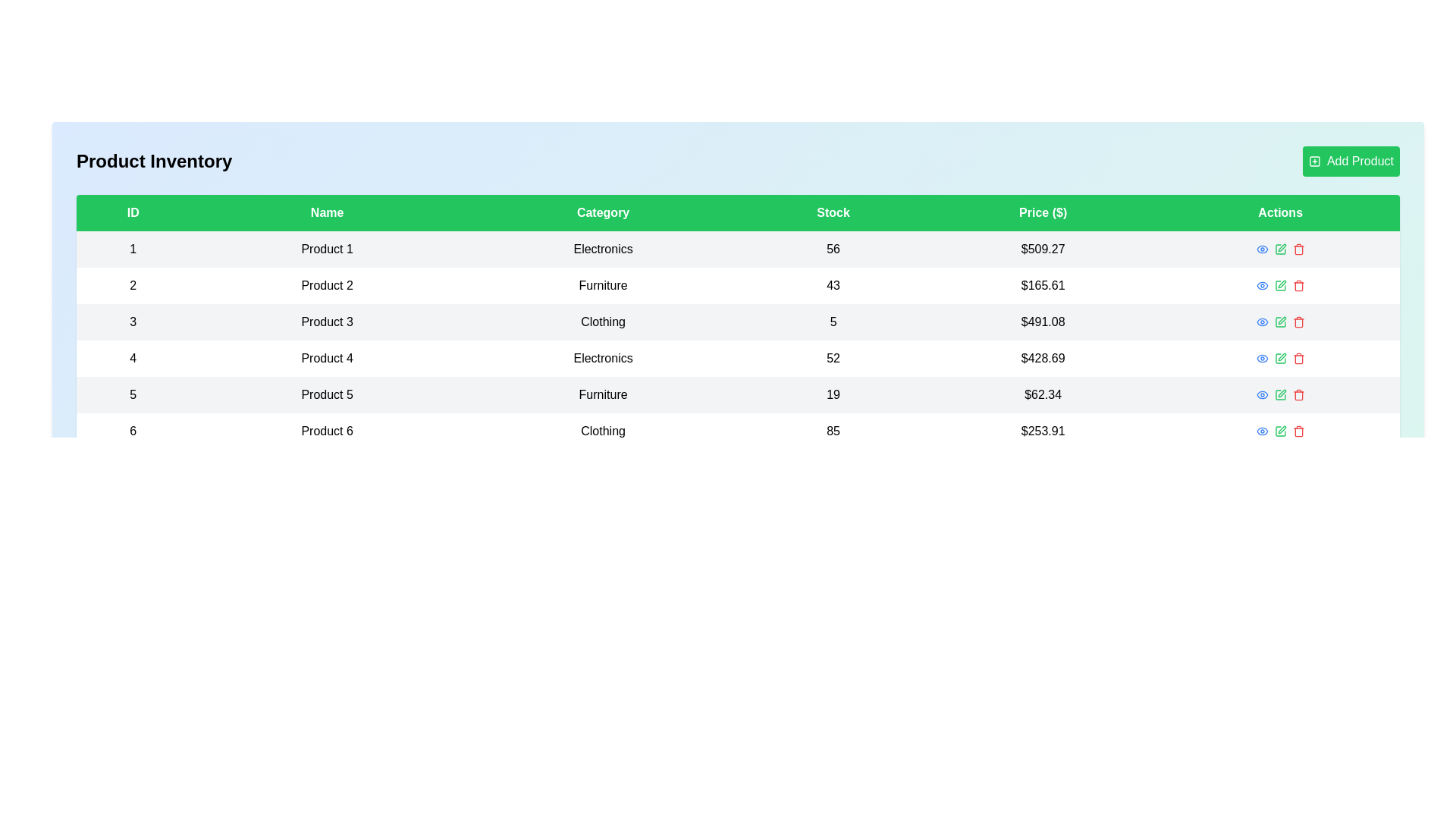  What do you see at coordinates (833, 213) in the screenshot?
I see `the column header to sort the table by Stock` at bounding box center [833, 213].